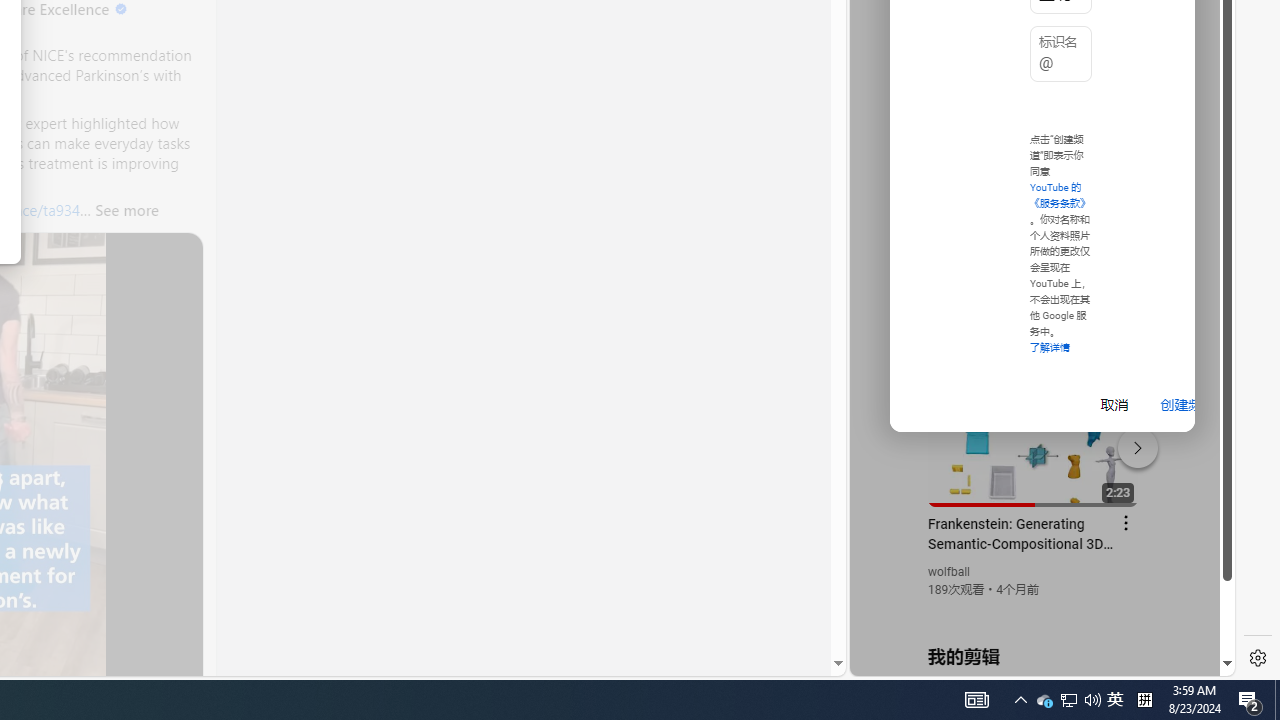  Describe the element at coordinates (1196, 82) in the screenshot. I see `'Click to scroll right'` at that location.